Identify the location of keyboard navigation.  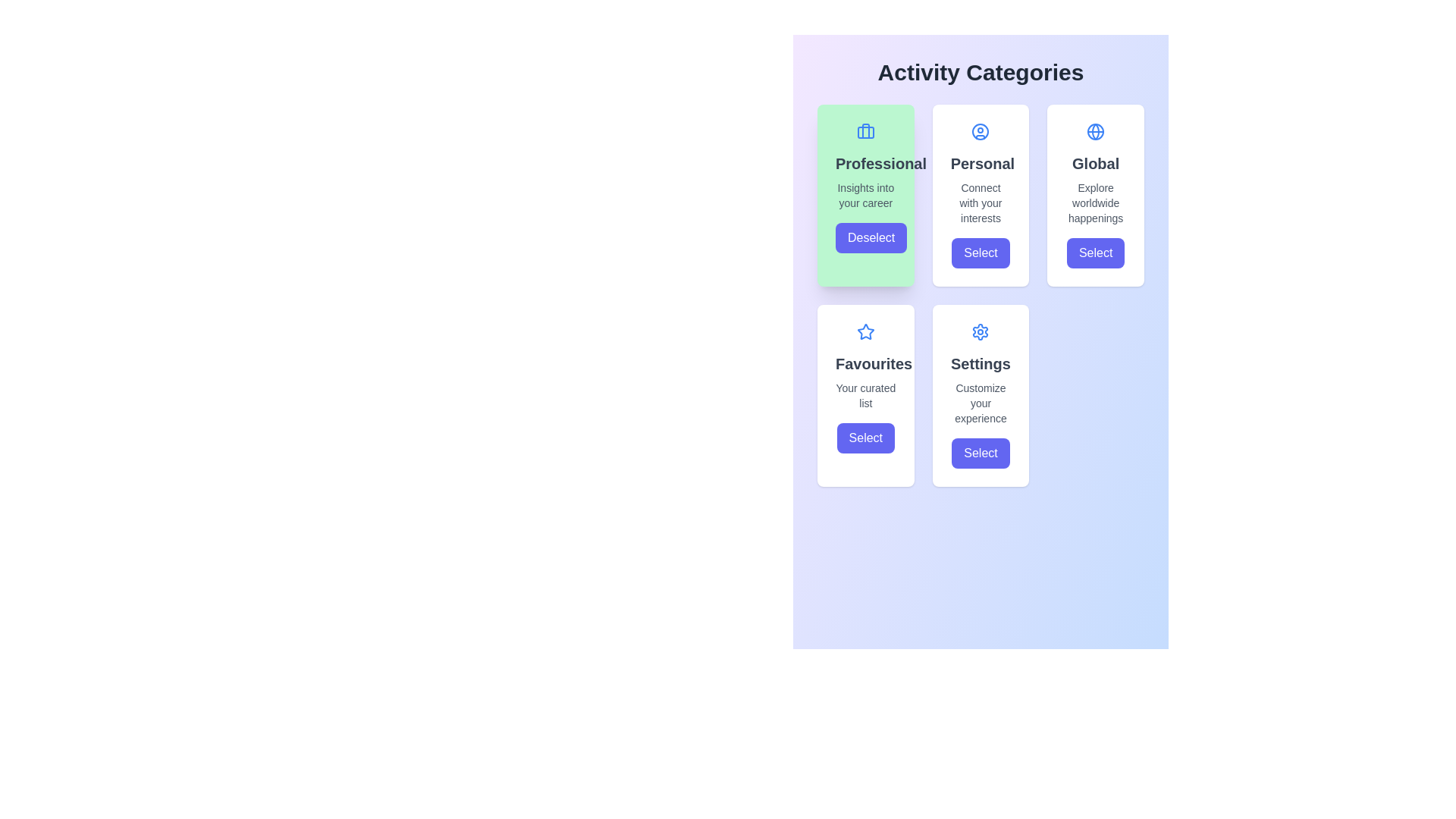
(1096, 195).